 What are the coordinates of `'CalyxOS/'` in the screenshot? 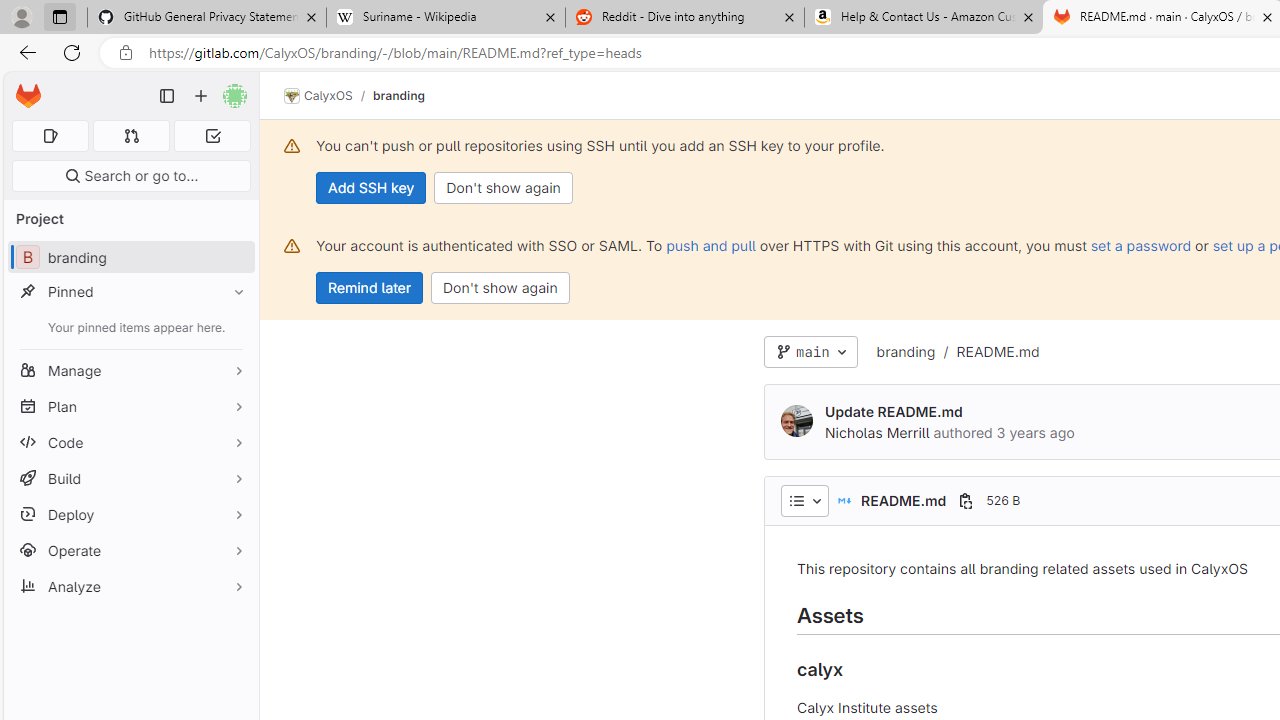 It's located at (328, 96).